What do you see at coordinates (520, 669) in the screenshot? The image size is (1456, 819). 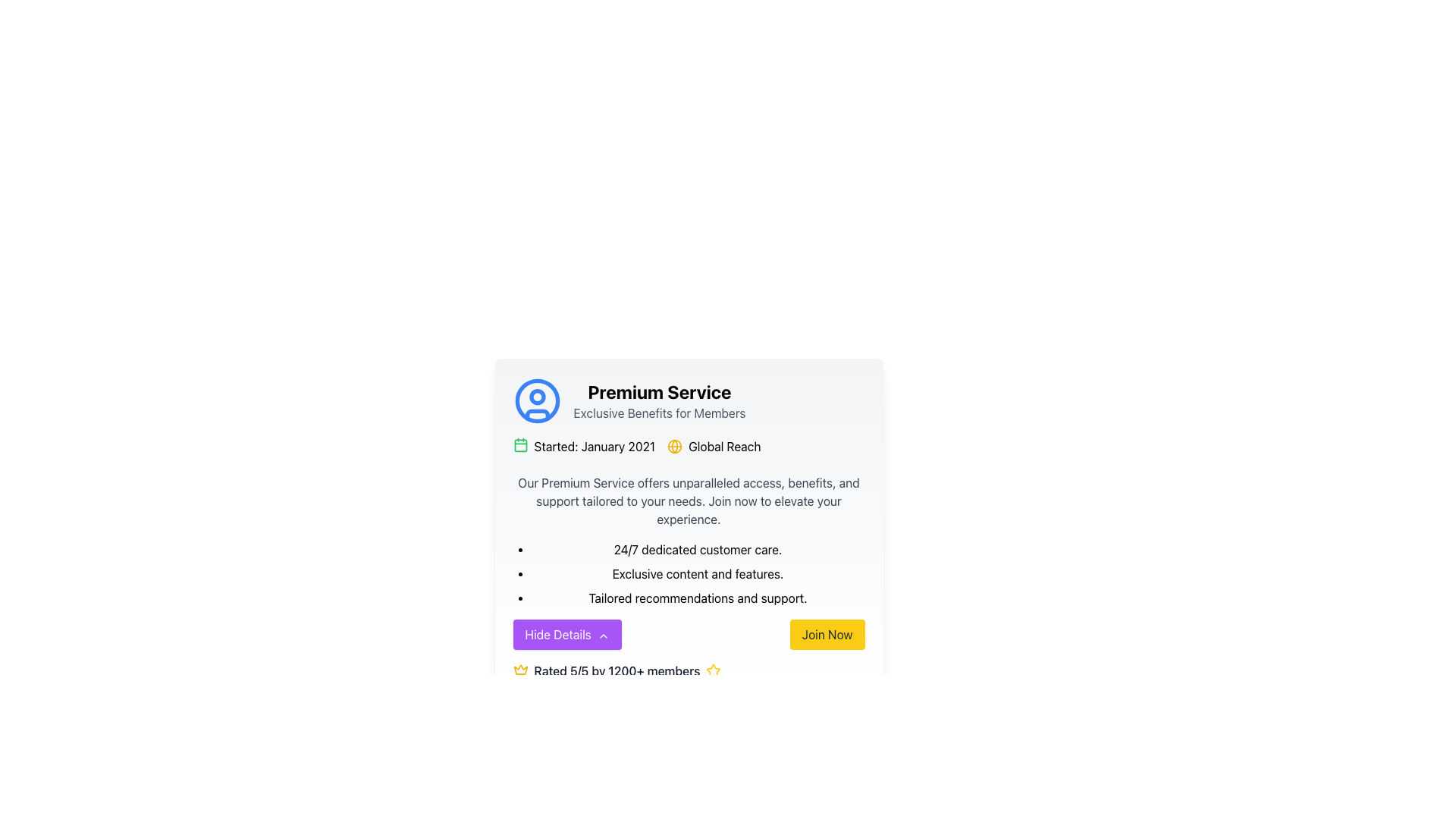 I see `the upper part of the crown icon in the 'Premium Service' card footer, which serves as a visual cue for premium status` at bounding box center [520, 669].